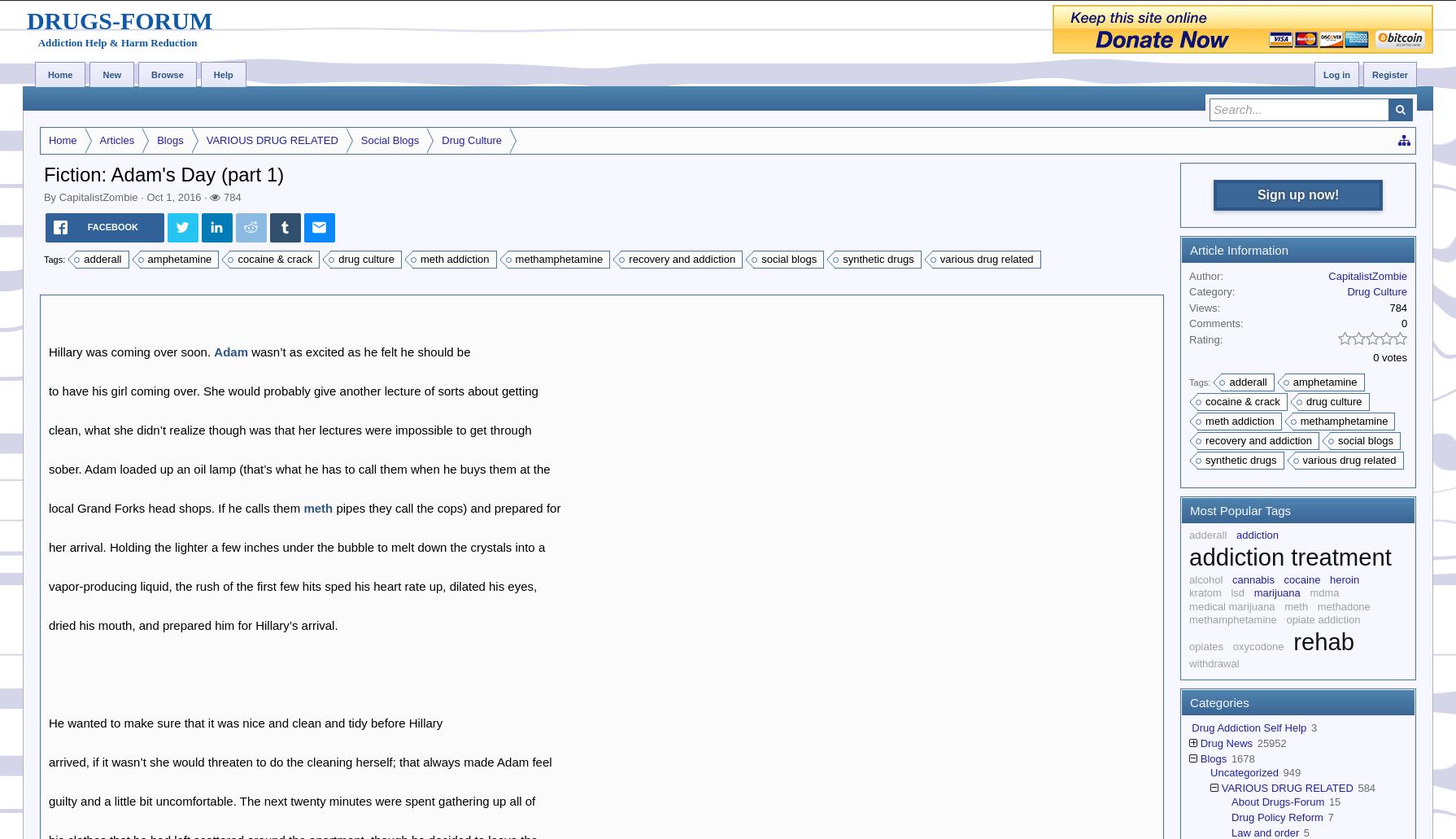 The height and width of the screenshot is (839, 1456). Describe the element at coordinates (305, 241) in the screenshot. I see `'eMail'` at that location.